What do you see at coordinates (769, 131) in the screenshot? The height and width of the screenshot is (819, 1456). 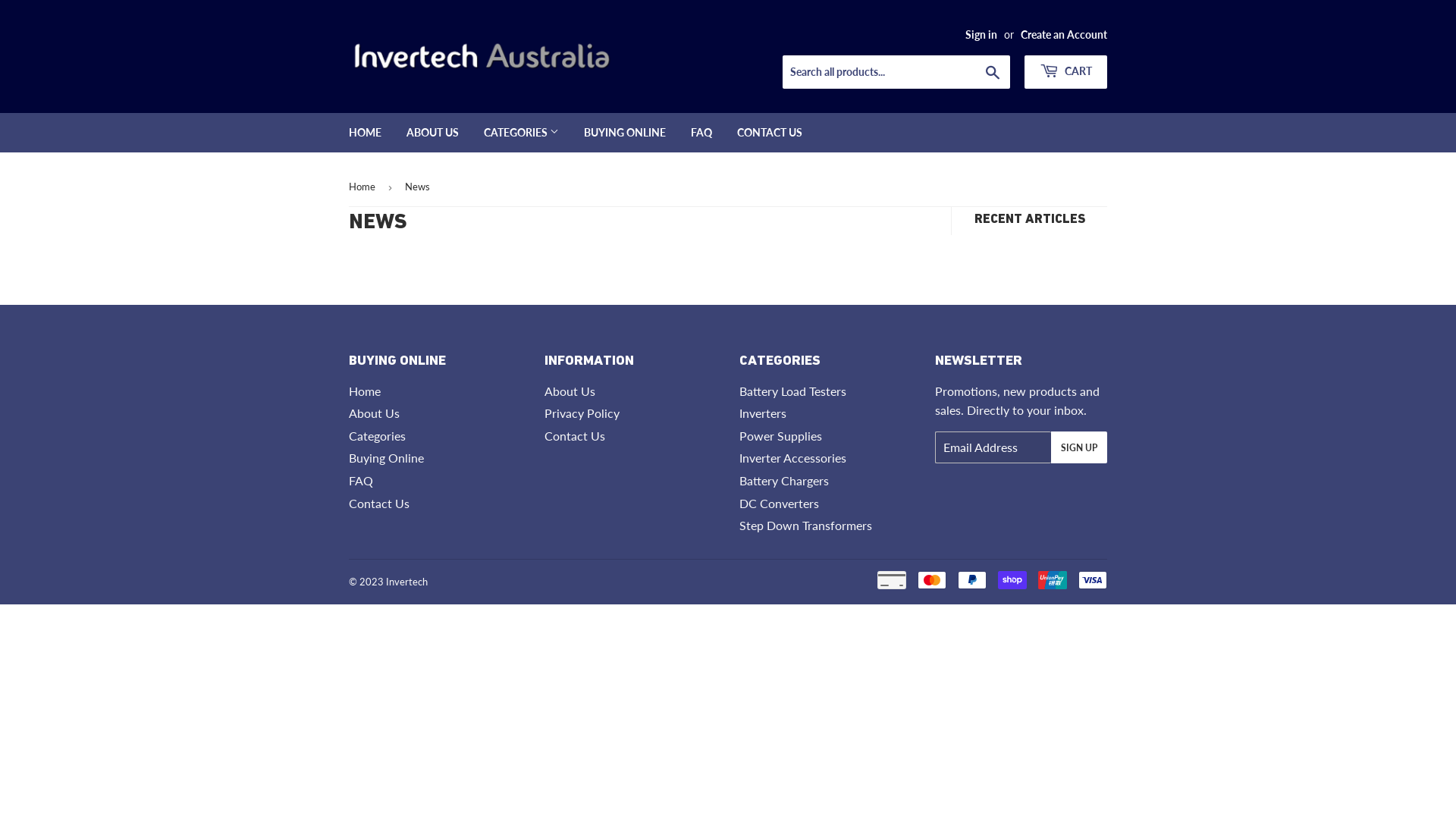 I see `'CONTACT US'` at bounding box center [769, 131].